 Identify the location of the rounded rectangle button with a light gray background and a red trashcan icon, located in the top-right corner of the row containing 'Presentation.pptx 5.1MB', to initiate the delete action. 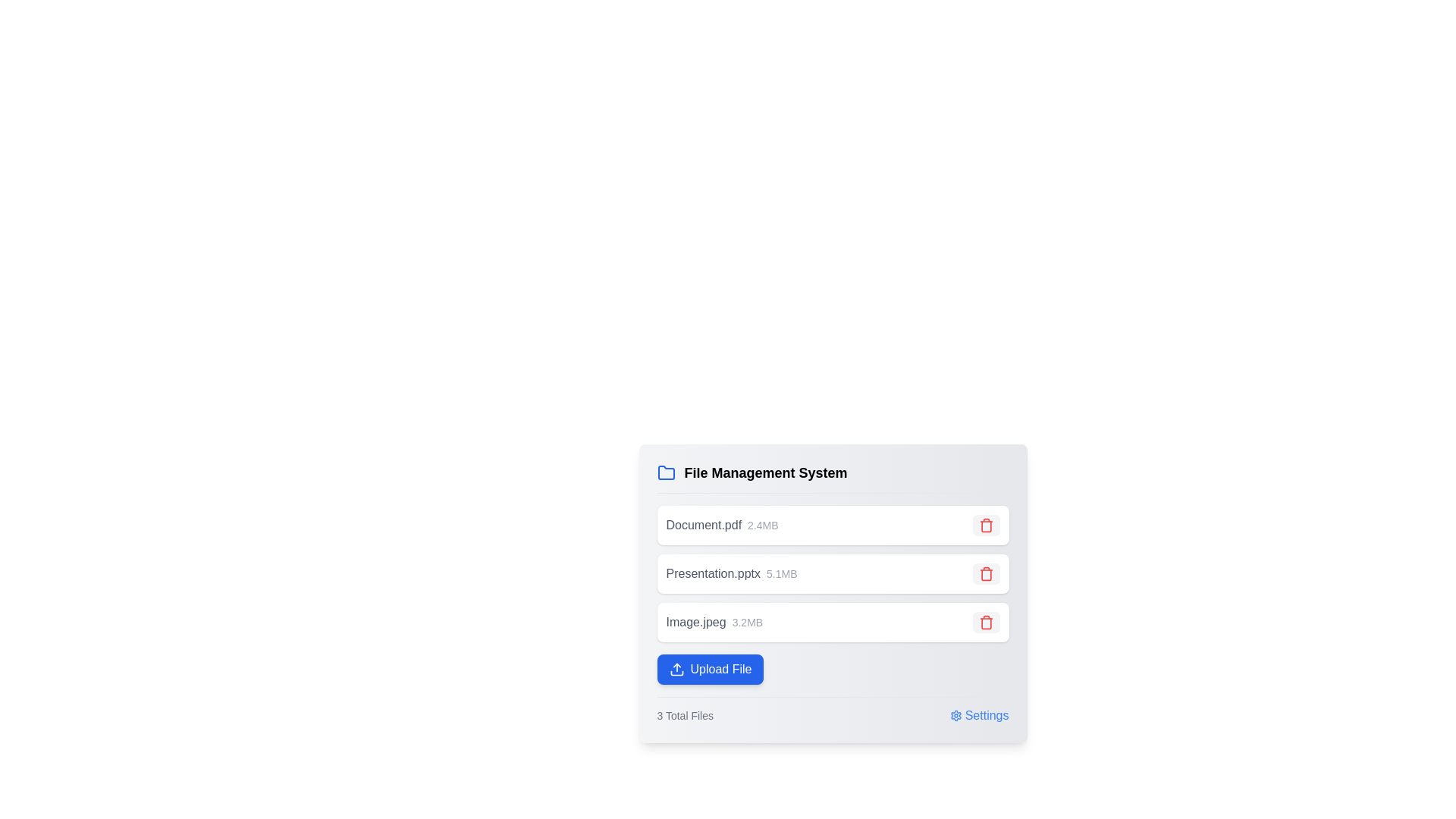
(986, 573).